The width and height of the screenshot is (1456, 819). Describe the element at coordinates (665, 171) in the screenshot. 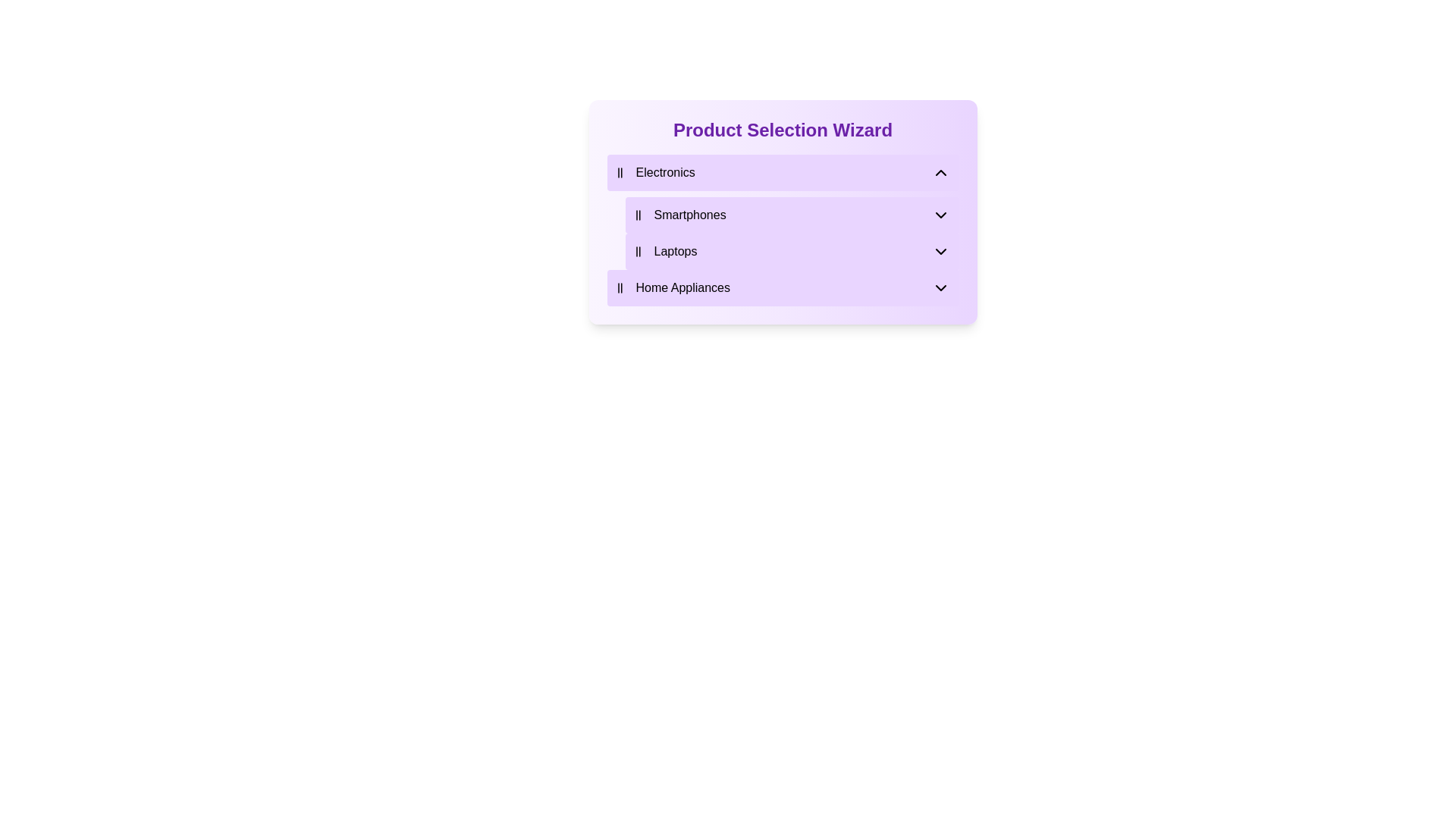

I see `the 'Electronics' text label in the Product Selection Wizard interface, which serves as a descriptive title for the electronics category` at that location.